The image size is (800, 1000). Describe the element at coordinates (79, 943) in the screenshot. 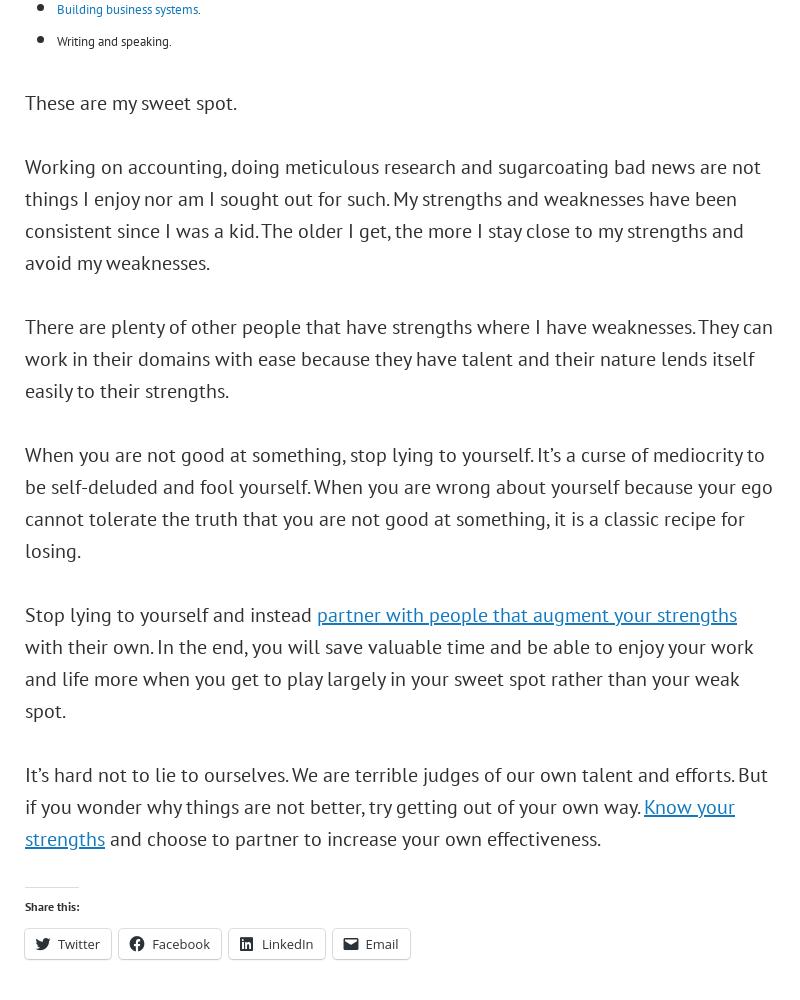

I see `'Twitter'` at that location.